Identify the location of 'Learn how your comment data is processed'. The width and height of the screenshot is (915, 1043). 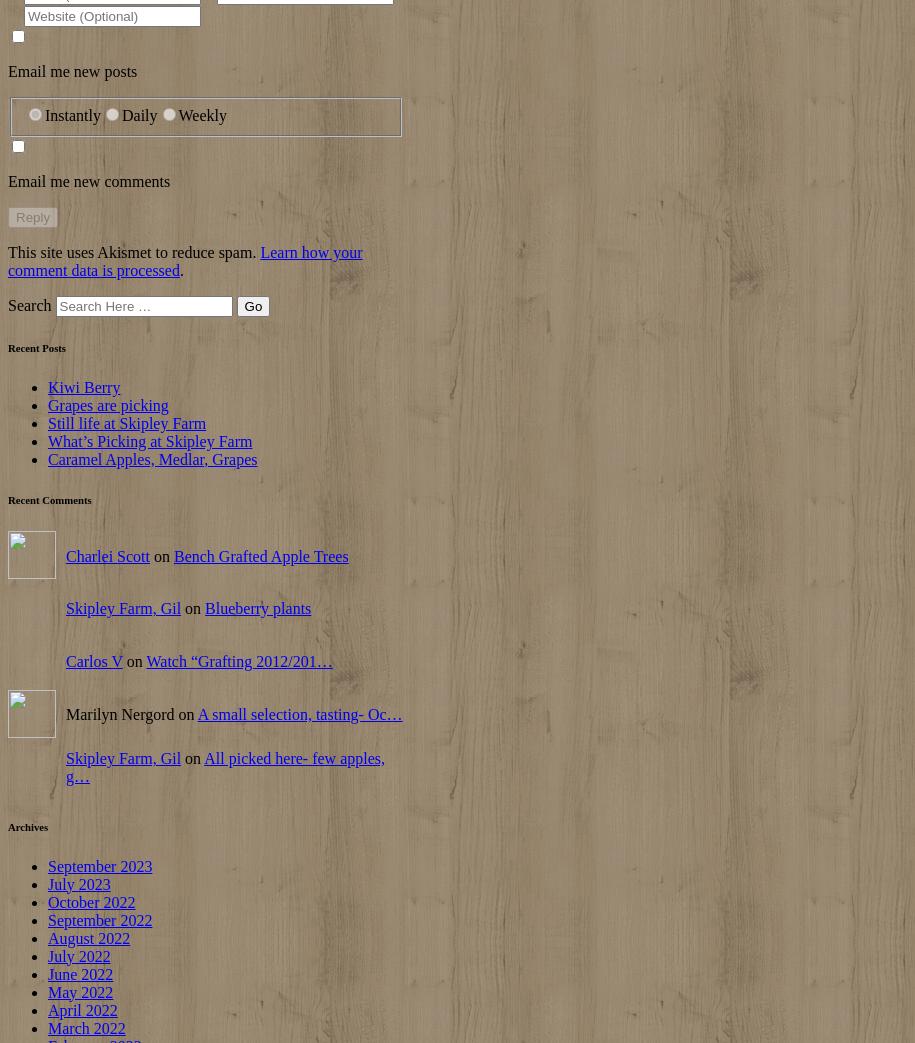
(184, 260).